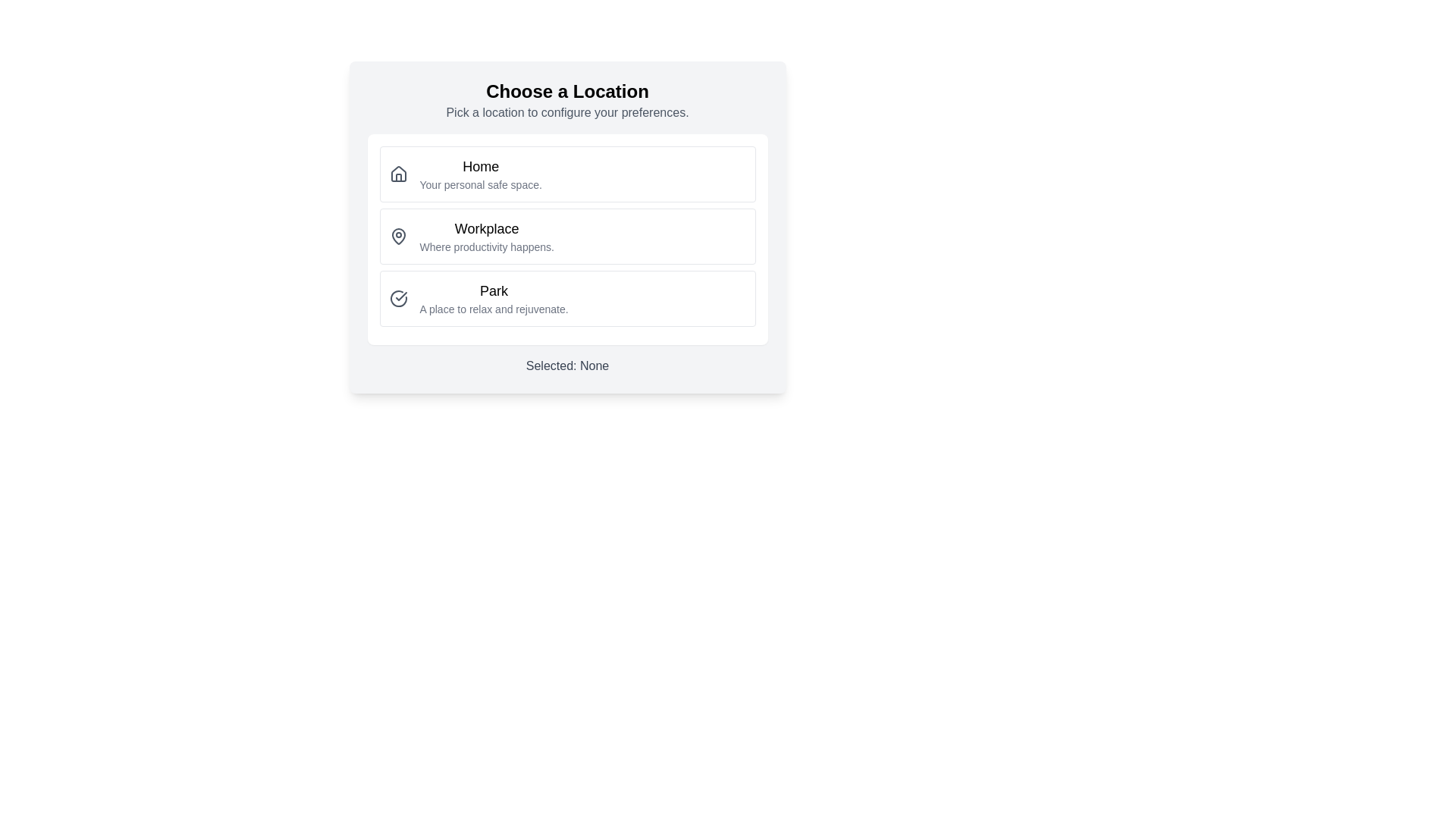  Describe the element at coordinates (566, 227) in the screenshot. I see `the second selectable option for 'Workplace' in the vertical list of options, which is contained in a white rounded rectangle with a shadowed background` at that location.